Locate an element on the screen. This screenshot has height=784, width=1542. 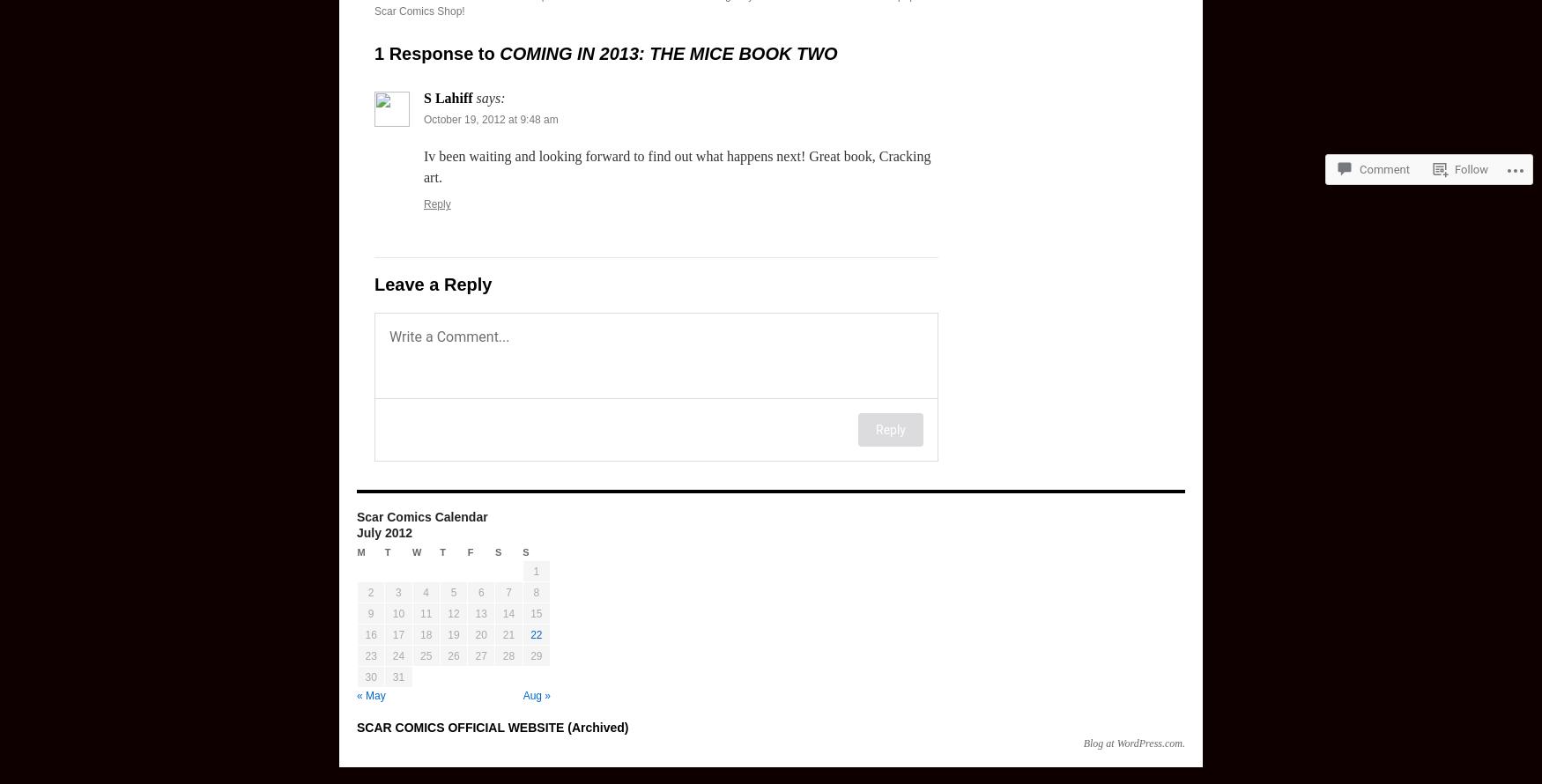
'7' is located at coordinates (508, 592).